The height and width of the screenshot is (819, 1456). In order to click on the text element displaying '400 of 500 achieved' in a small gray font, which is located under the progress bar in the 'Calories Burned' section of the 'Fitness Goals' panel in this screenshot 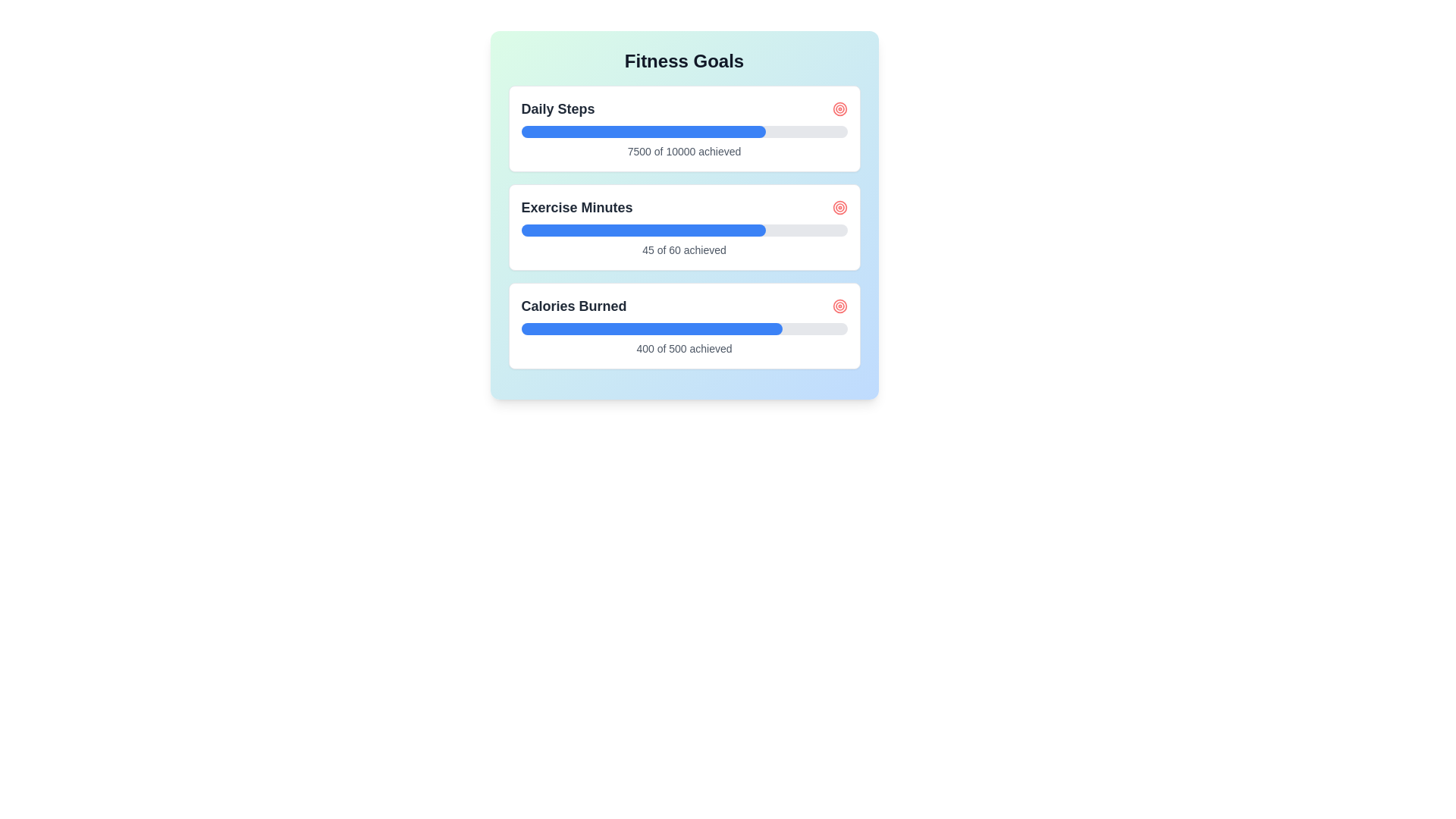, I will do `click(683, 348)`.